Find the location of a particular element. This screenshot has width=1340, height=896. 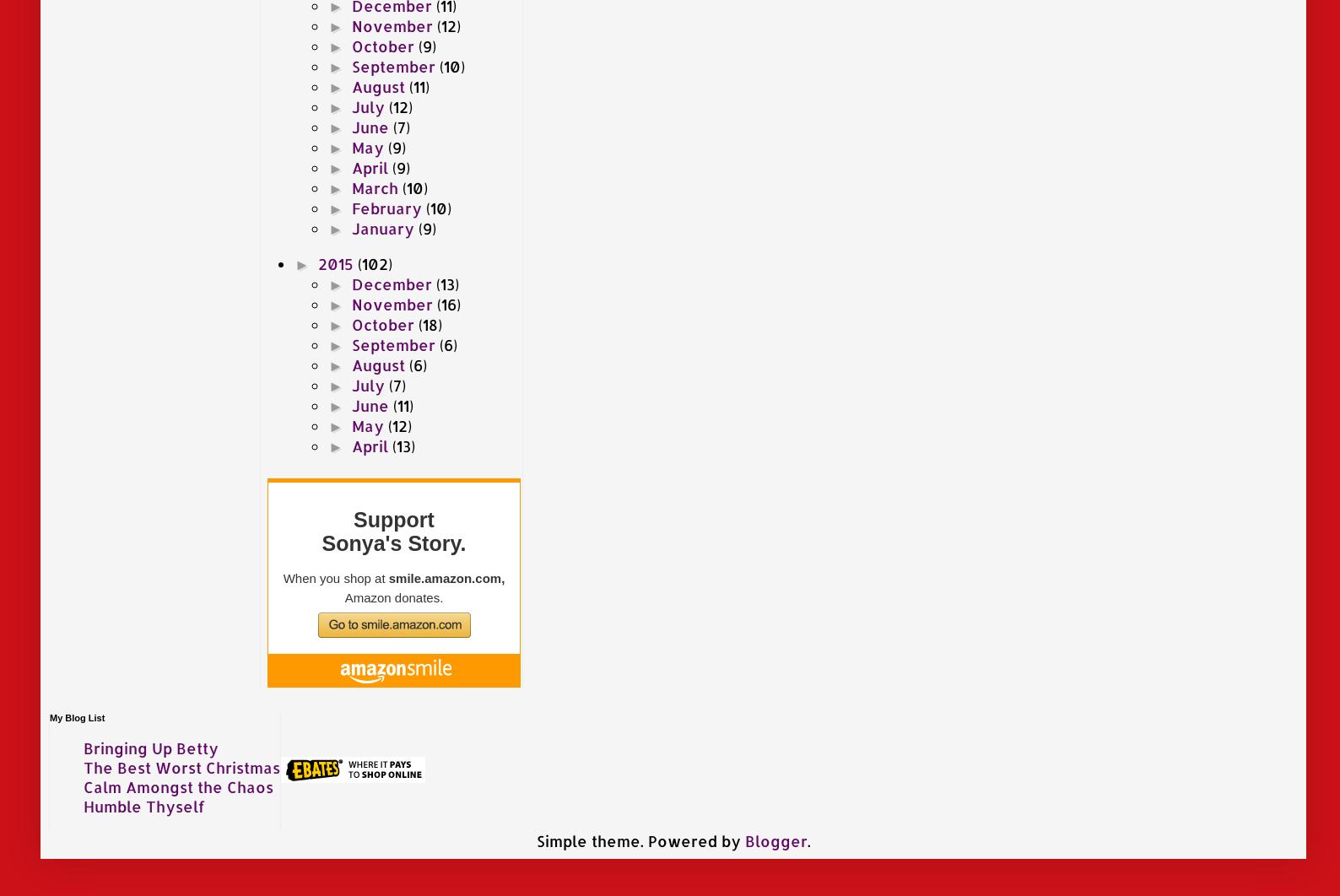

'(18)' is located at coordinates (428, 322).